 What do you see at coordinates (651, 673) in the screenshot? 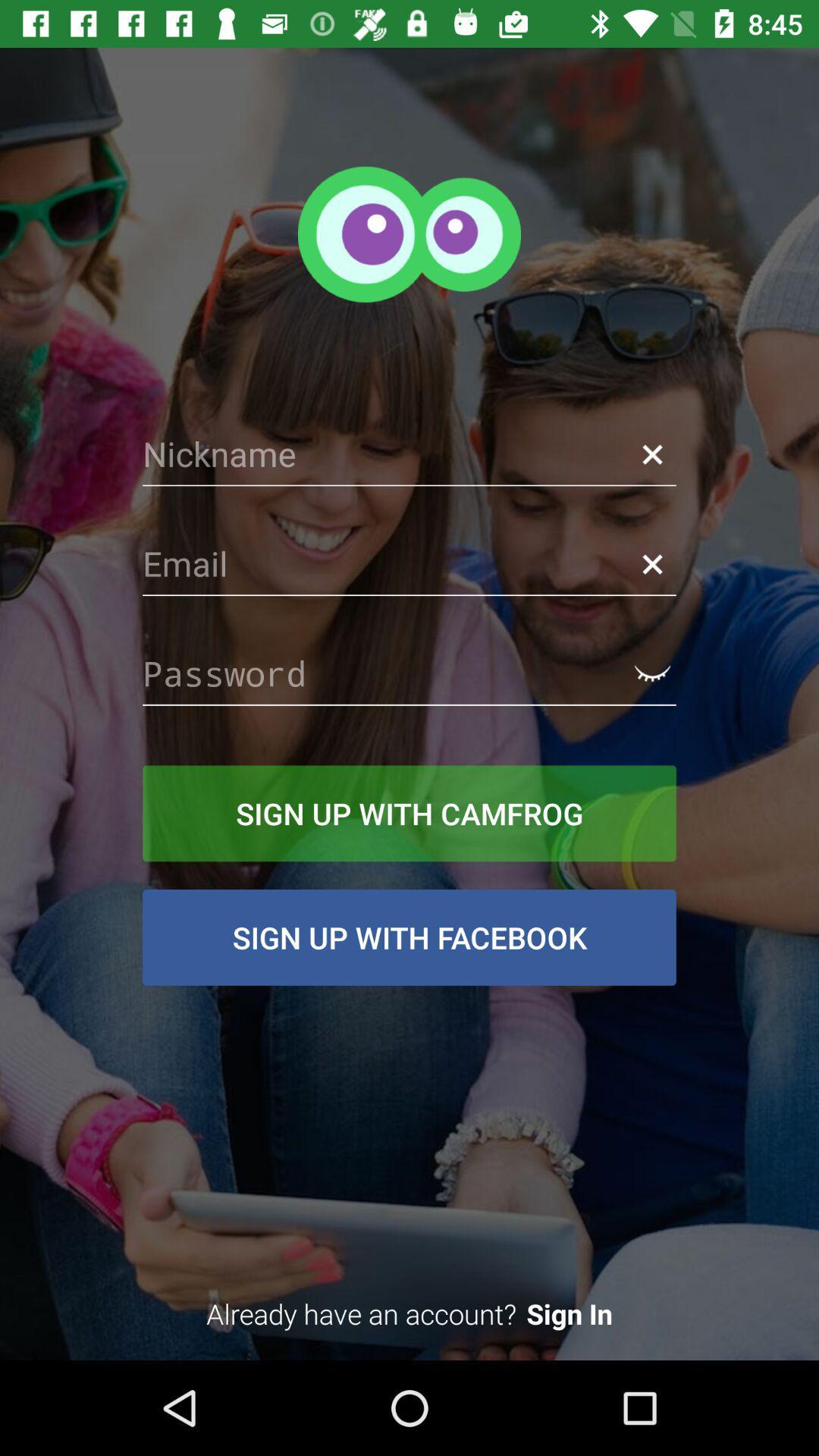
I see `show password` at bounding box center [651, 673].